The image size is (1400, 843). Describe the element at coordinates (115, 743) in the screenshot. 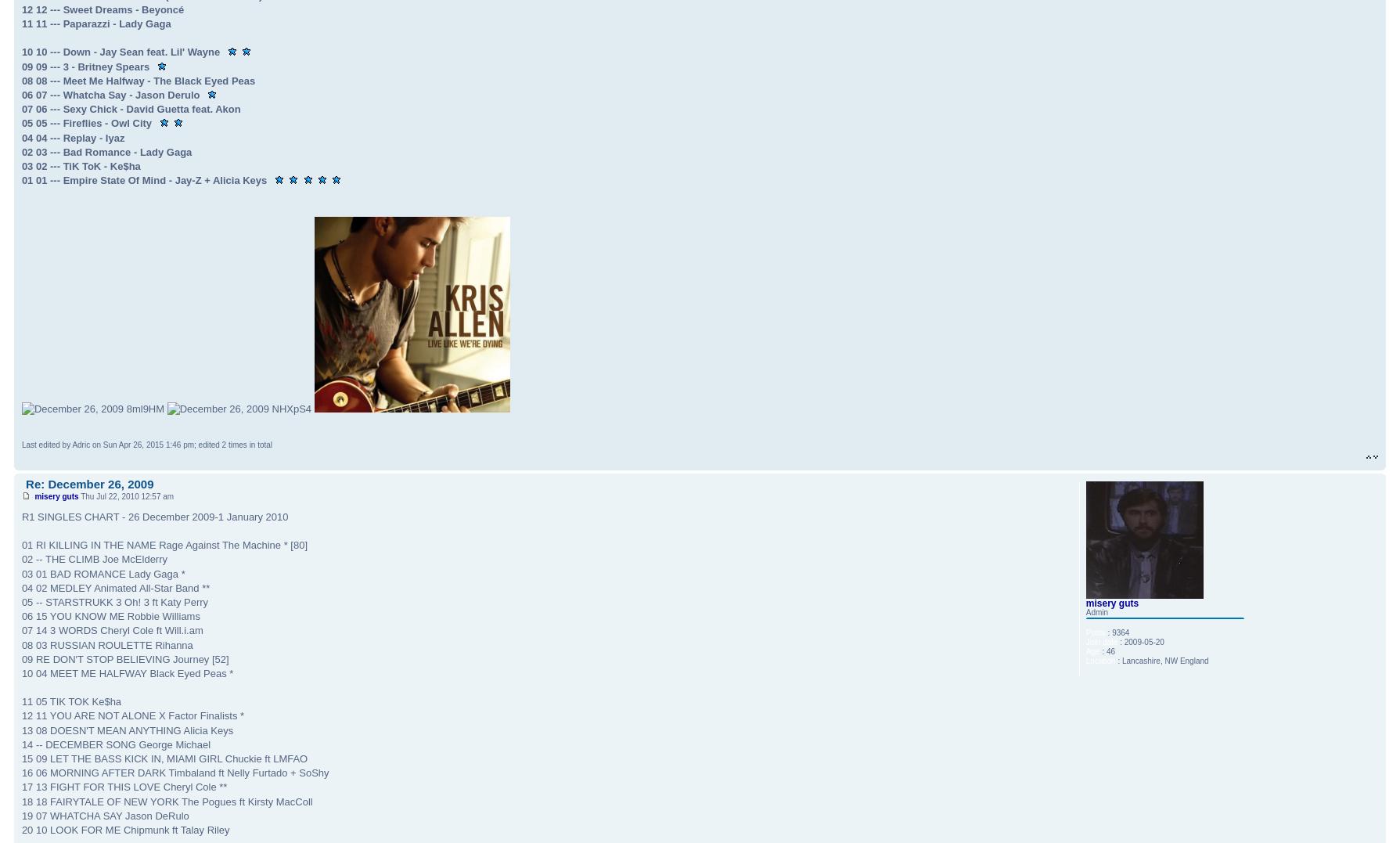

I see `'14 -- DECEMBER SONG George Michael'` at that location.